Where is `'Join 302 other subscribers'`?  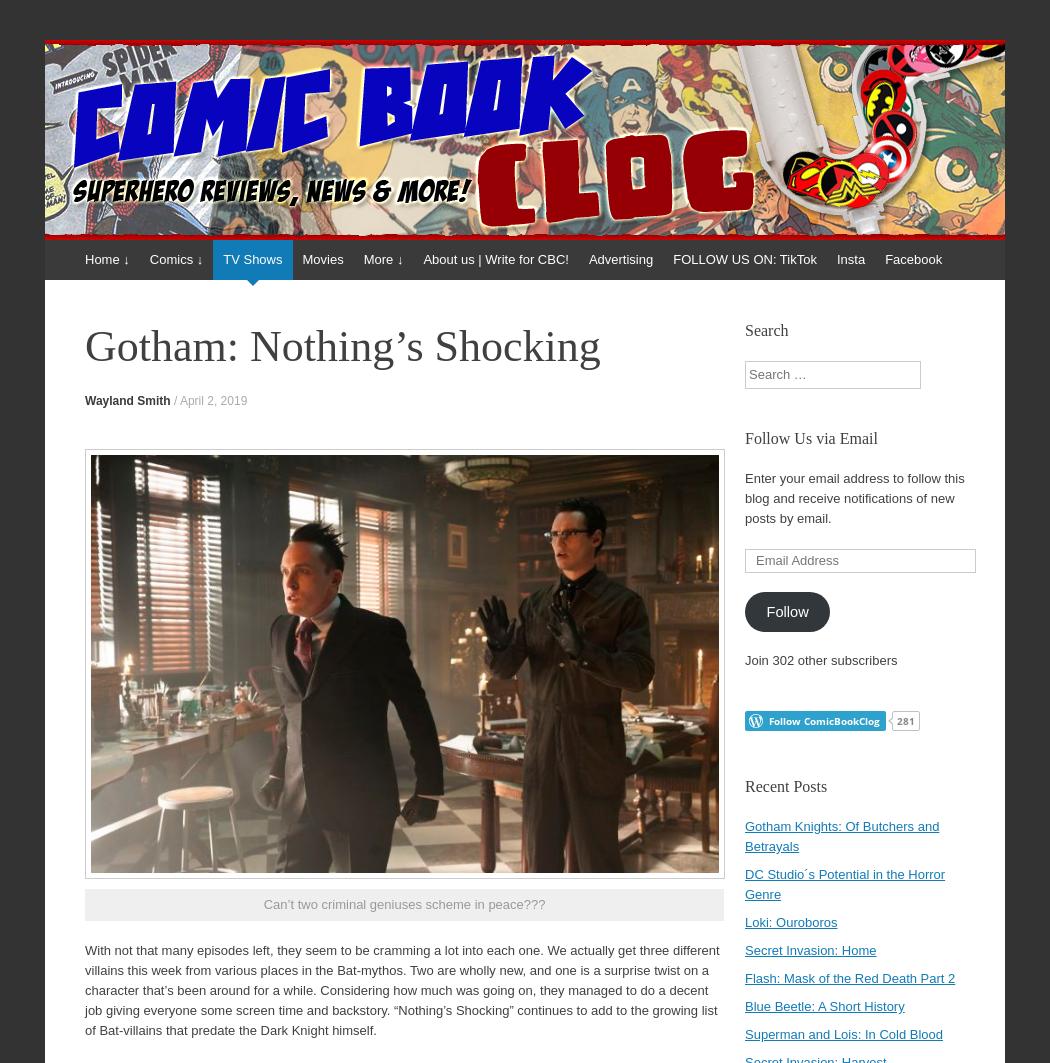
'Join 302 other subscribers' is located at coordinates (819, 659).